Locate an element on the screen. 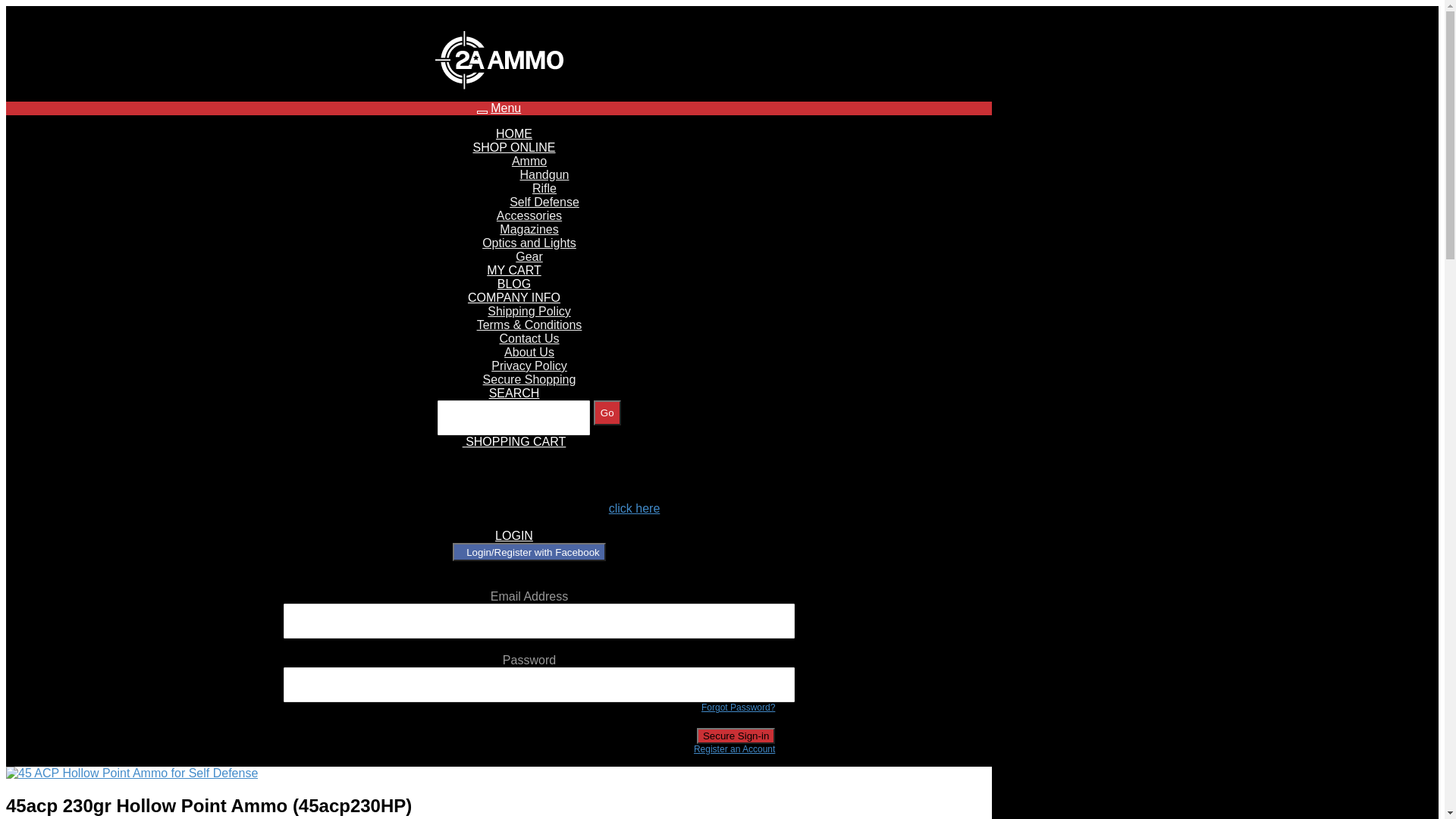 This screenshot has height=819, width=1456. 'LOGIN' is located at coordinates (513, 535).